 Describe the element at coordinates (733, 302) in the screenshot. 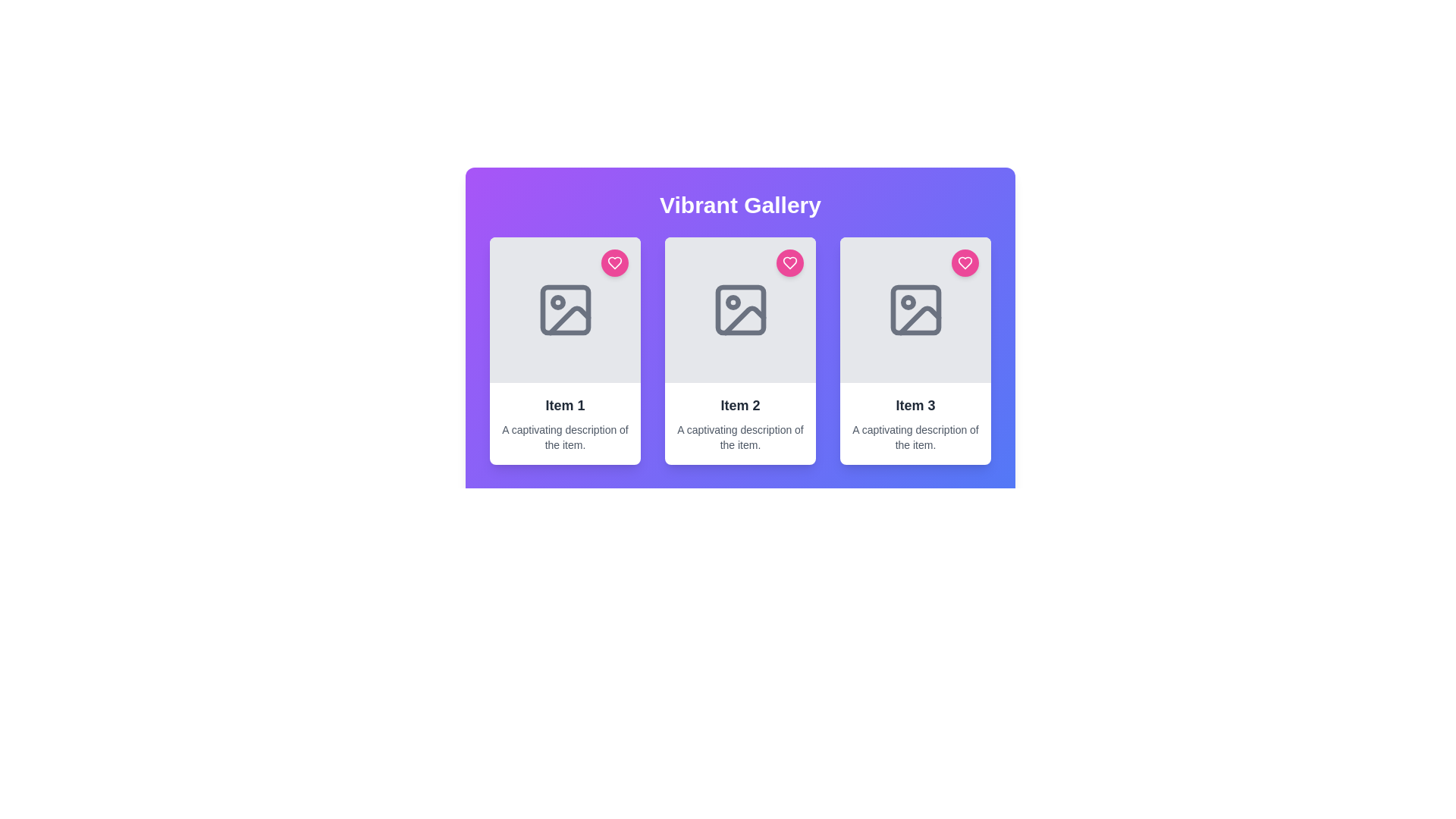

I see `the small circular dot located in the top-left section of the rectangular image outline within the second item card` at that location.